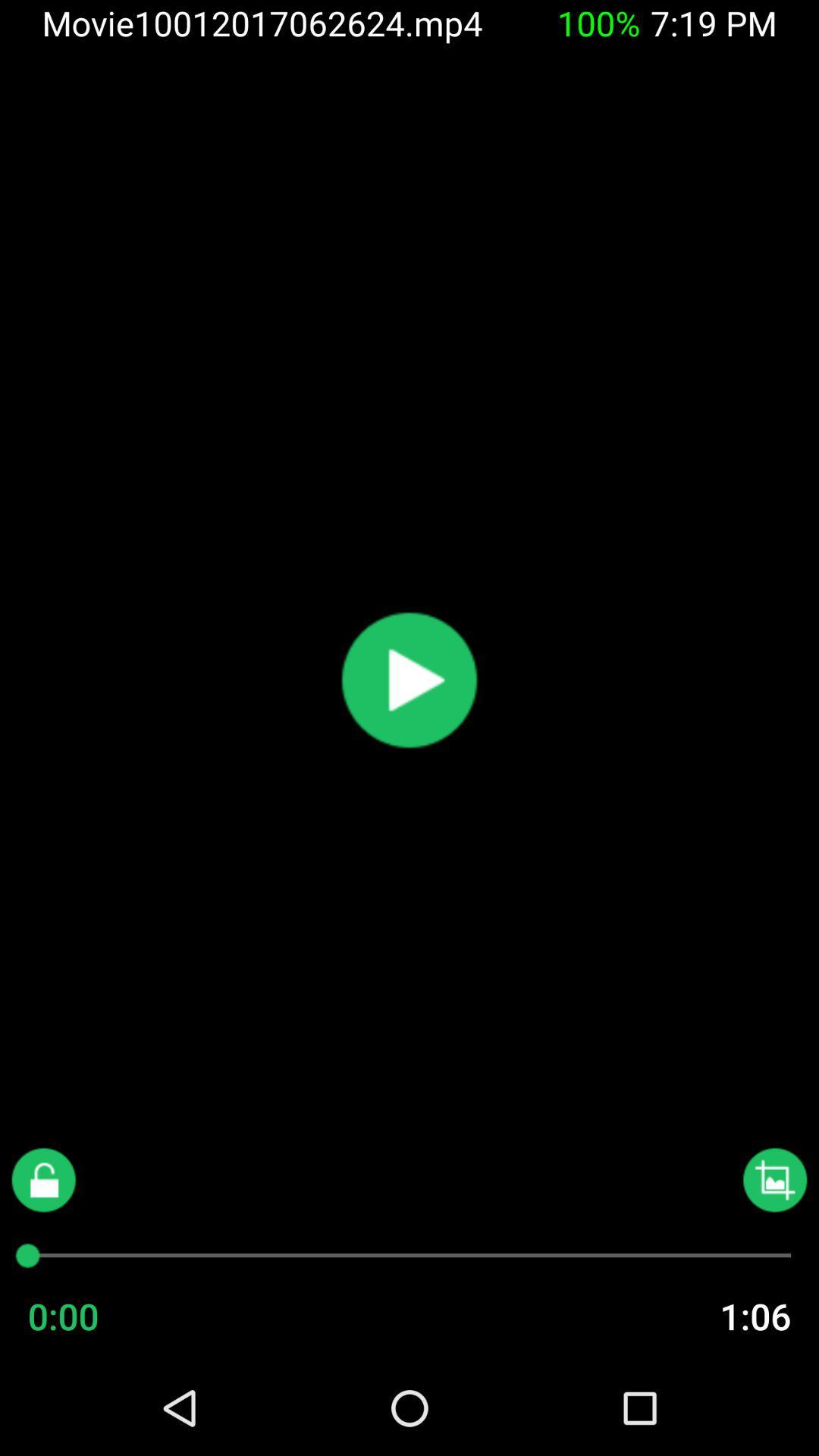 Image resolution: width=819 pixels, height=1456 pixels. I want to click on the wallpaper icon, so click(775, 1263).